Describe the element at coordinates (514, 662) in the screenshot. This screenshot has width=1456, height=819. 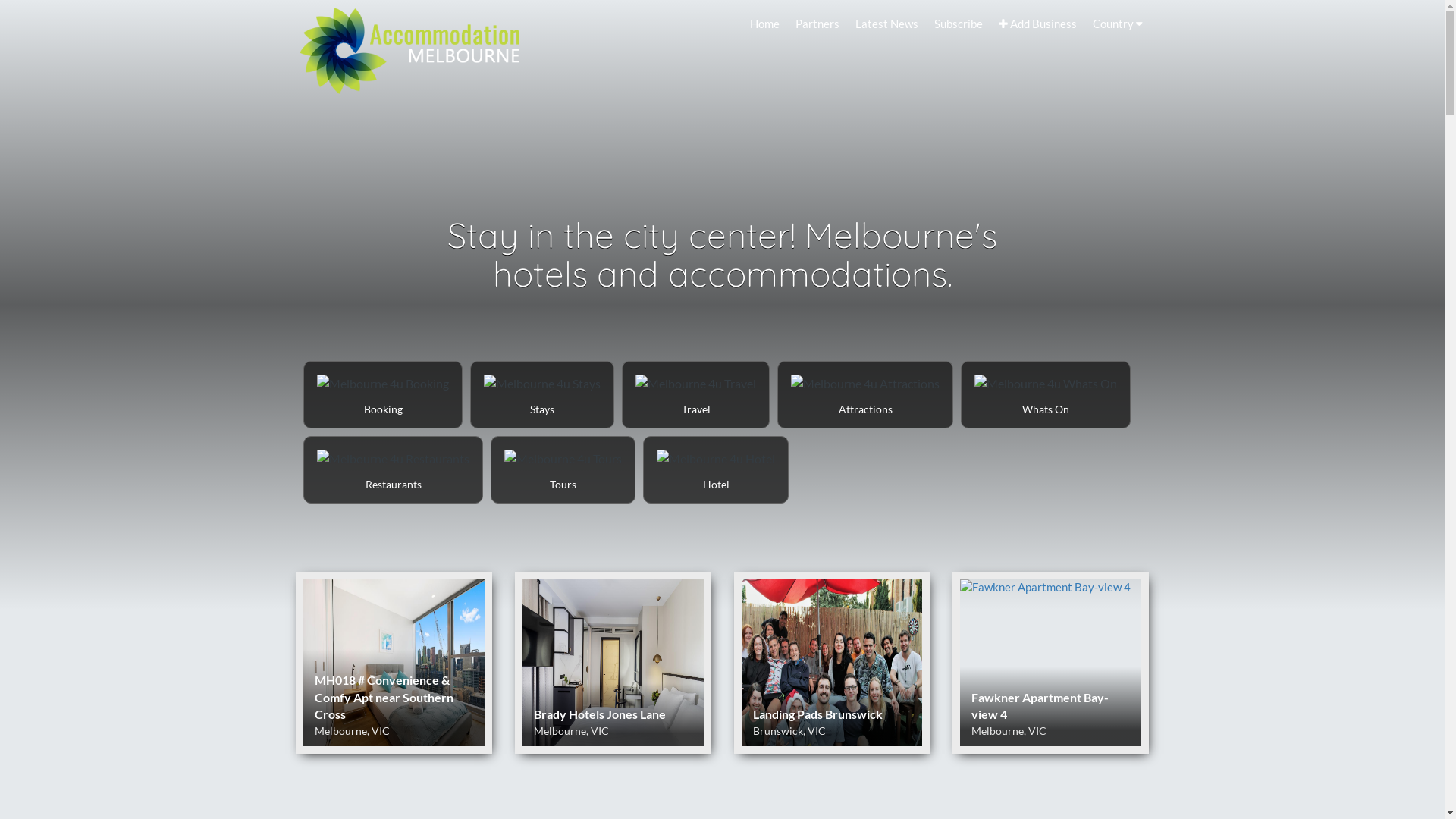
I see `'Brady Hotels Jones Lane` at that location.